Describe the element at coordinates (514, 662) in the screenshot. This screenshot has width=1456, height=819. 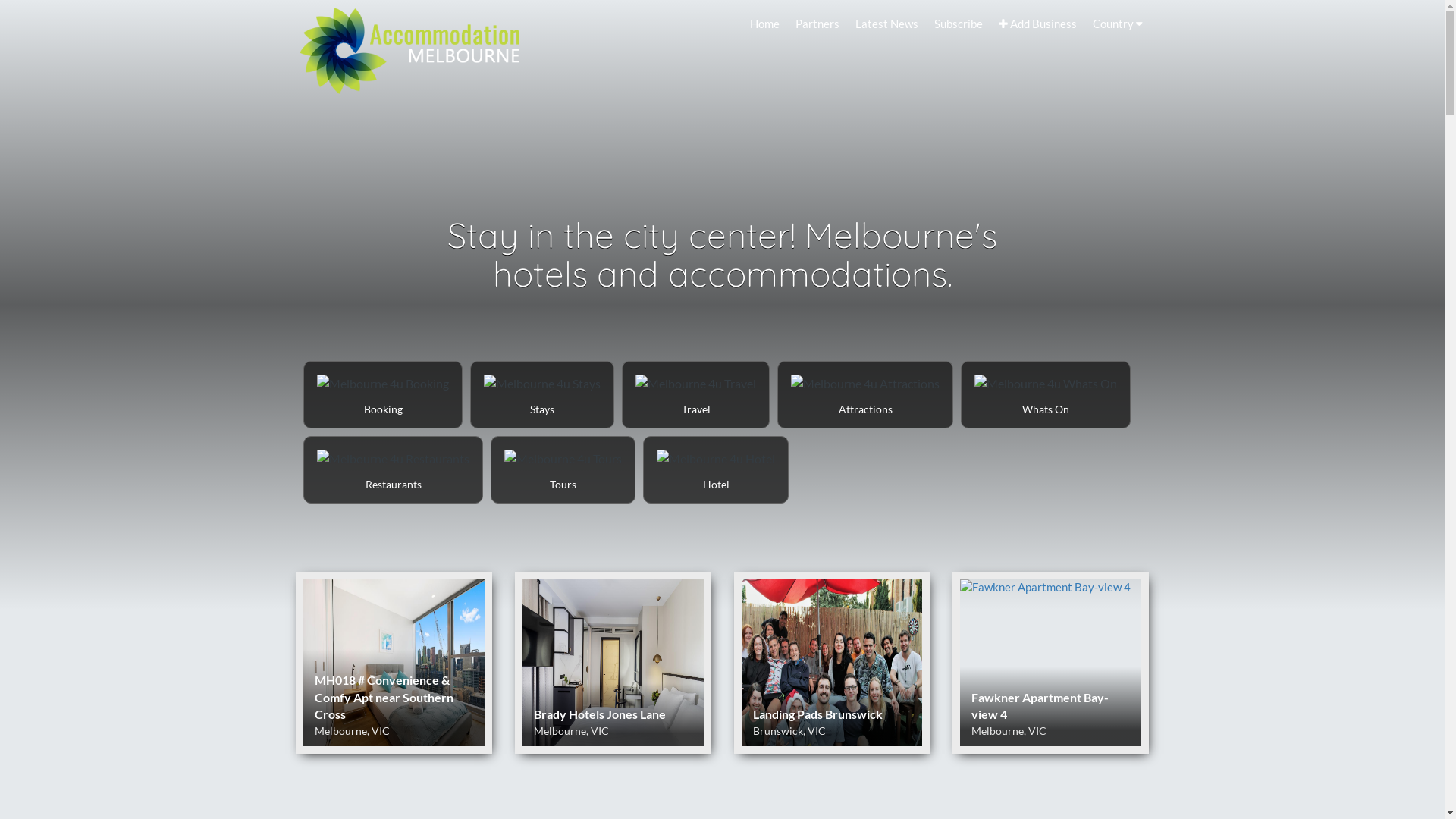
I see `'Brady Hotels Jones Lane` at that location.